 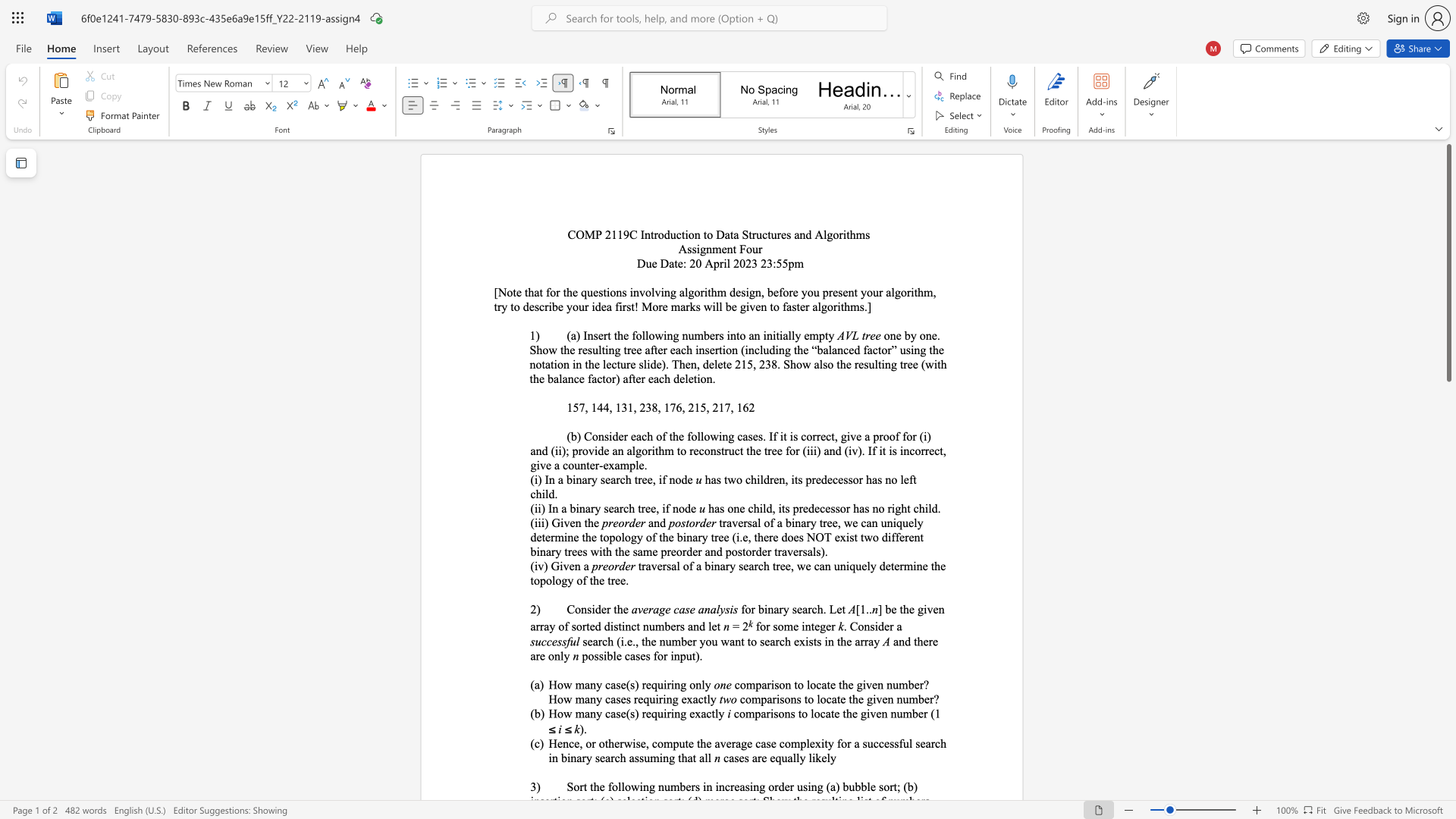 I want to click on the 1th character "n" in the text, so click(x=576, y=566).